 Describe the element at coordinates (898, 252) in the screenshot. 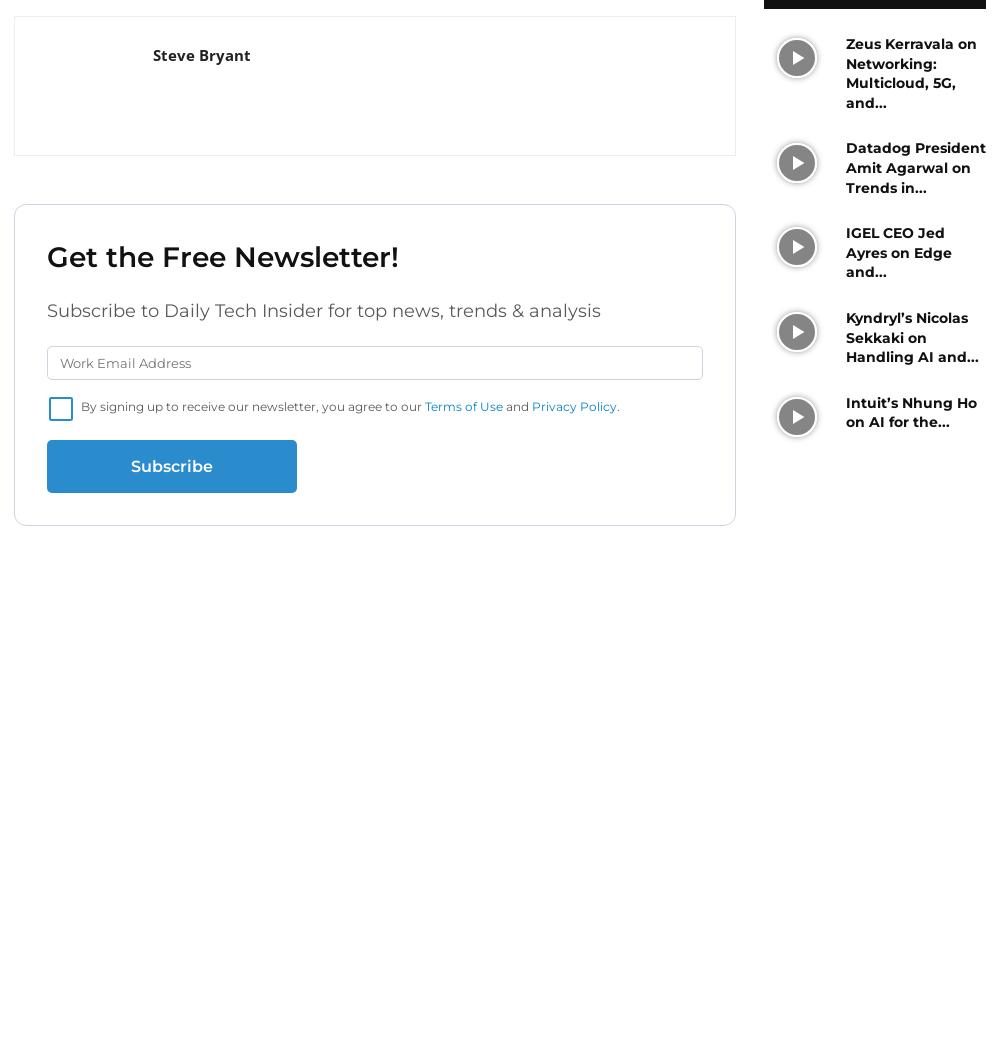

I see `'IGEL CEO Jed Ayres on Edge and...'` at that location.